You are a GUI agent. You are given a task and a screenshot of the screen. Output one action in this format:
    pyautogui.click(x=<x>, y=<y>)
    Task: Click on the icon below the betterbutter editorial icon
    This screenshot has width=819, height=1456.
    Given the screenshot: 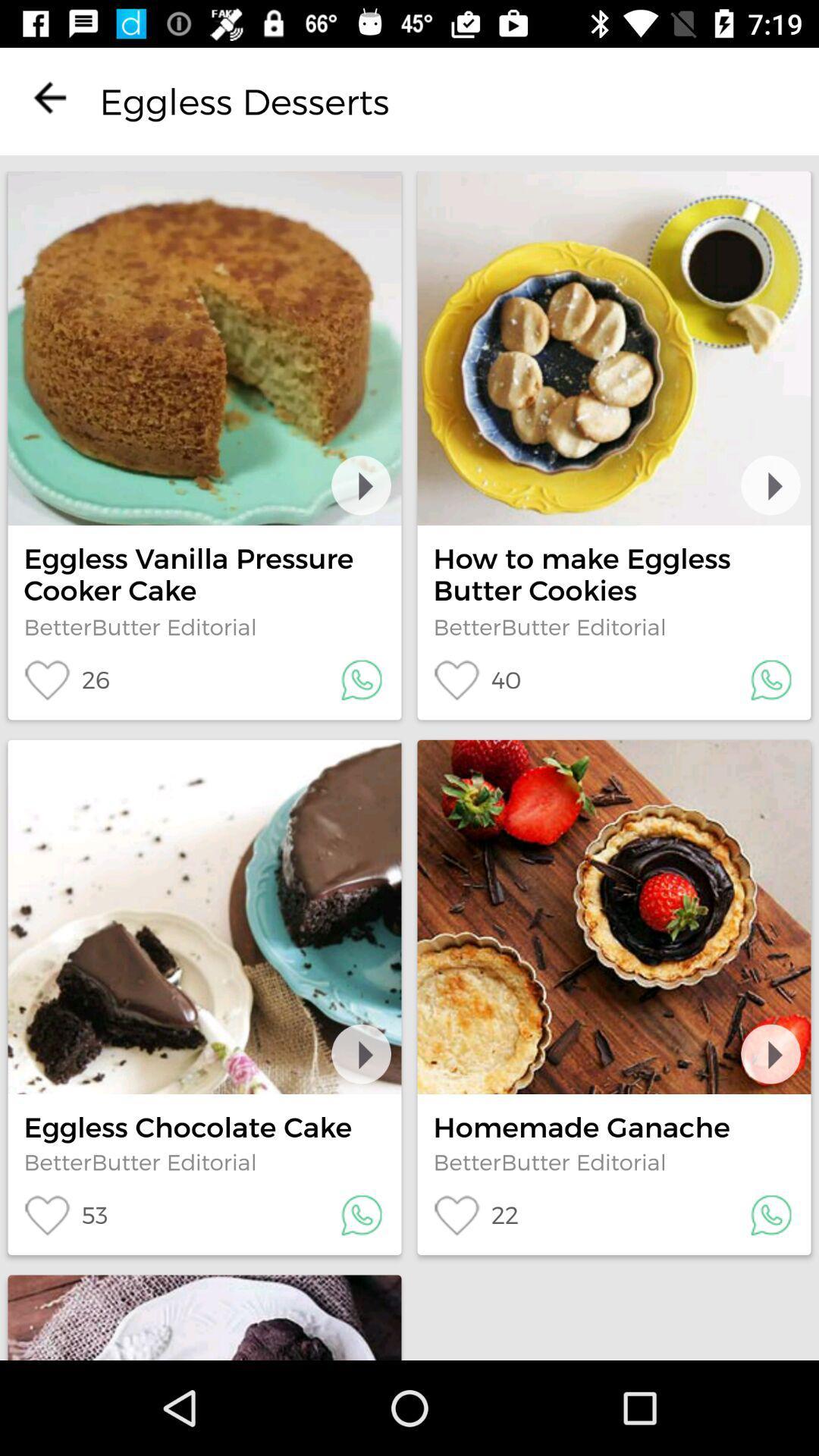 What is the action you would take?
    pyautogui.click(x=475, y=1215)
    